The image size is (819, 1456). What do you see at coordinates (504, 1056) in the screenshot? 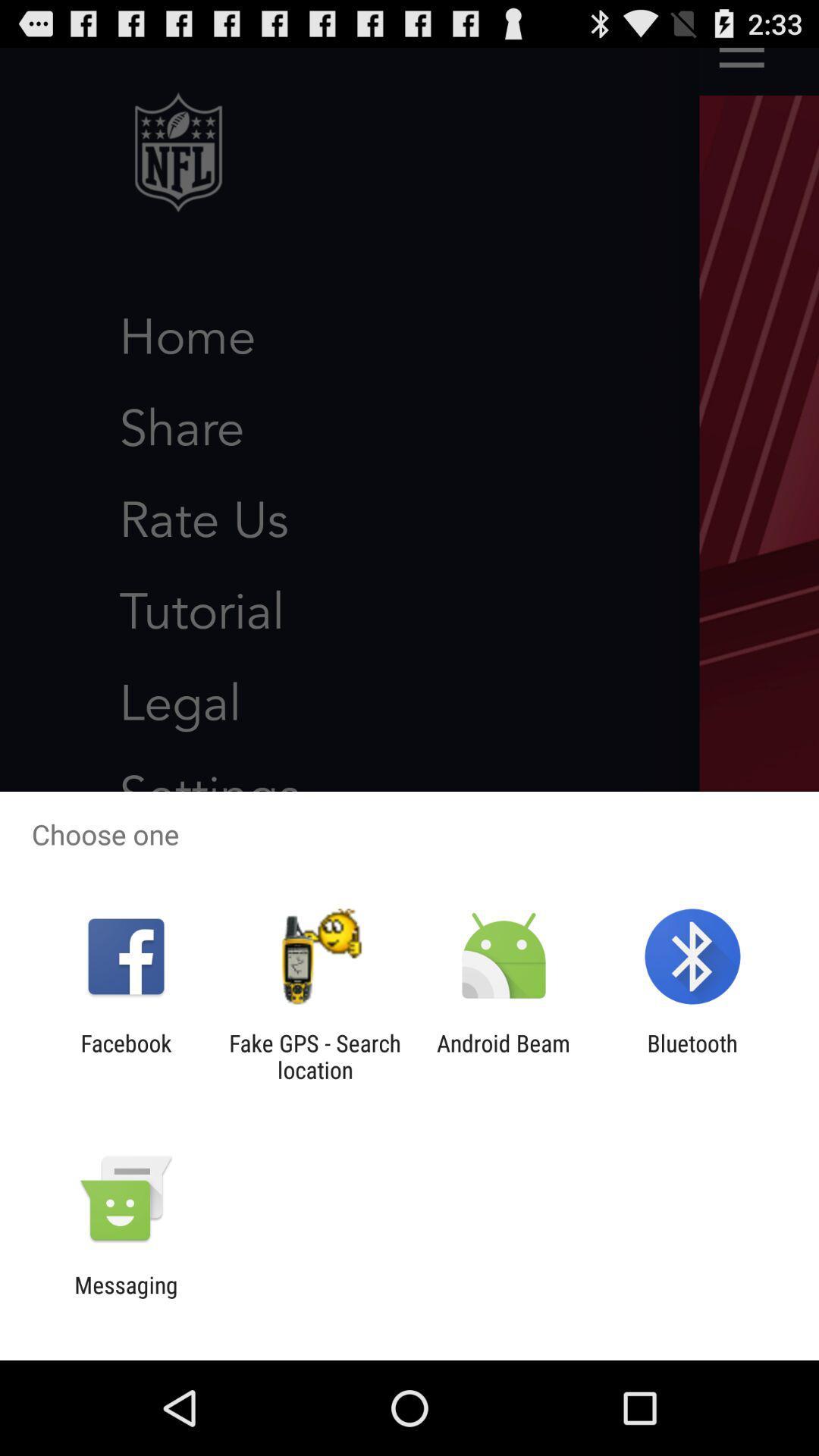
I see `item next to the fake gps search app` at bounding box center [504, 1056].